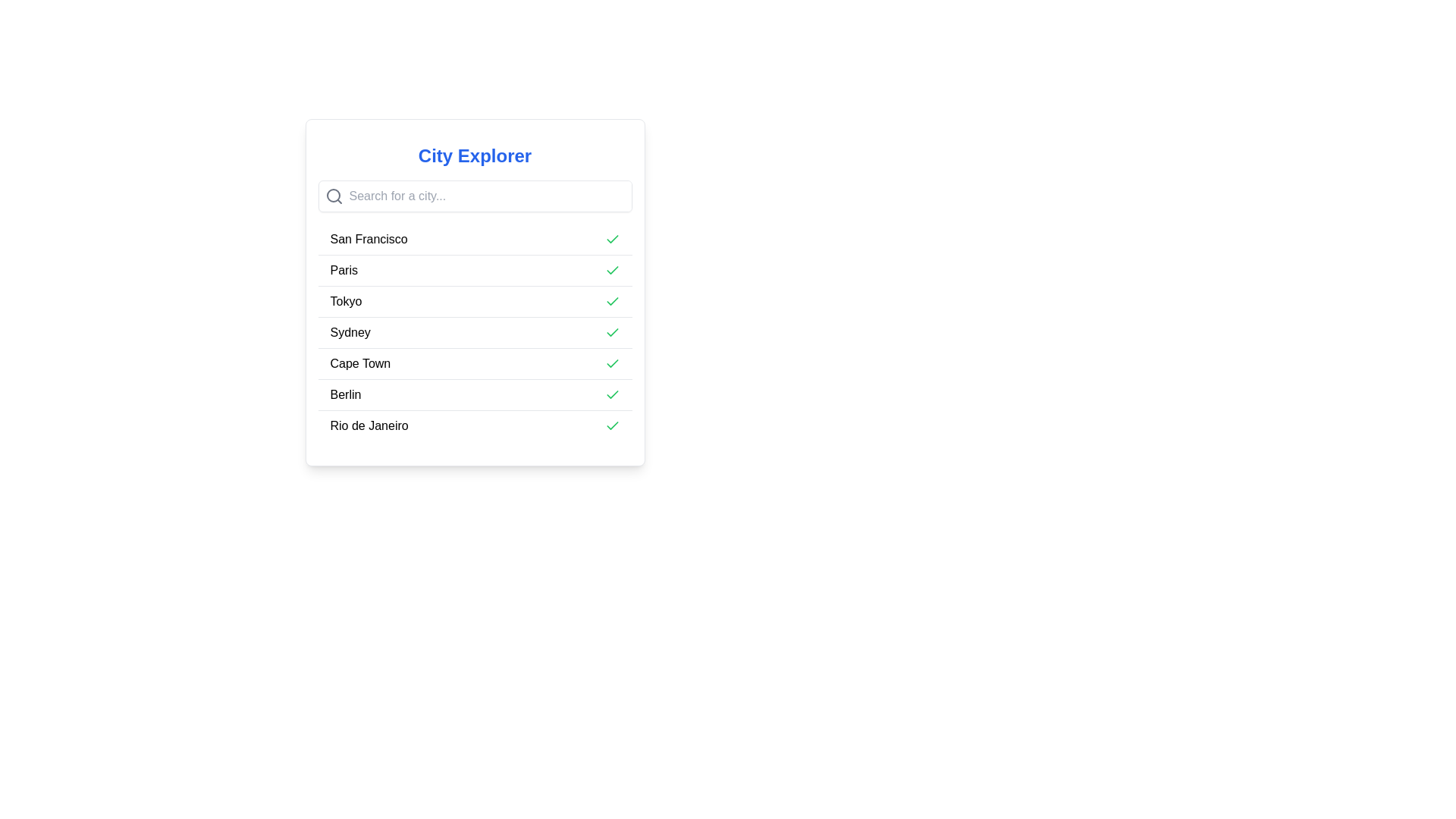  Describe the element at coordinates (350, 332) in the screenshot. I see `the text label displaying 'Sydney'` at that location.